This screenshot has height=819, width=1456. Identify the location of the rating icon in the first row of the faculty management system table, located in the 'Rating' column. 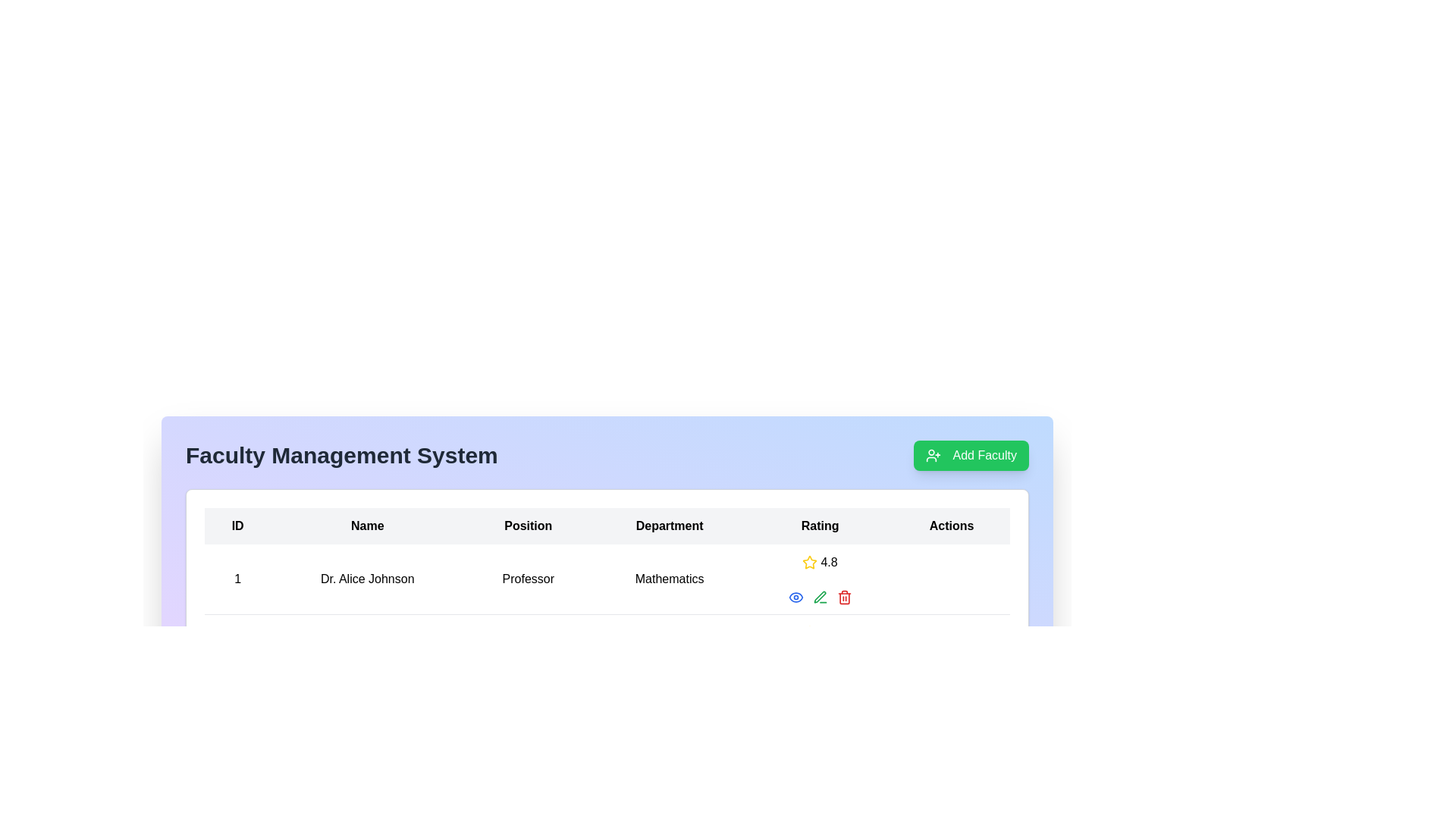
(809, 562).